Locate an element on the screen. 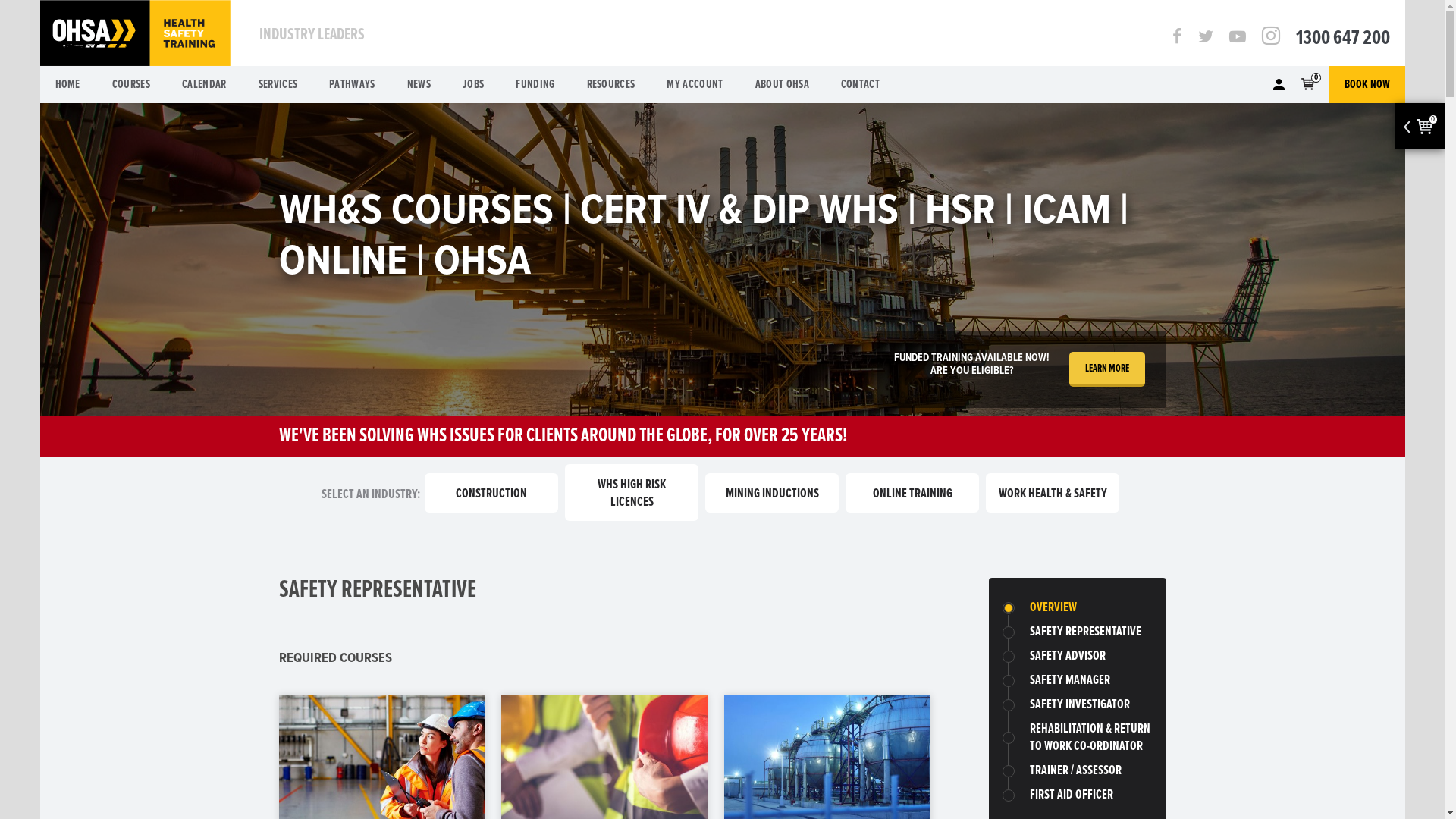  'CONTACT' is located at coordinates (860, 84).